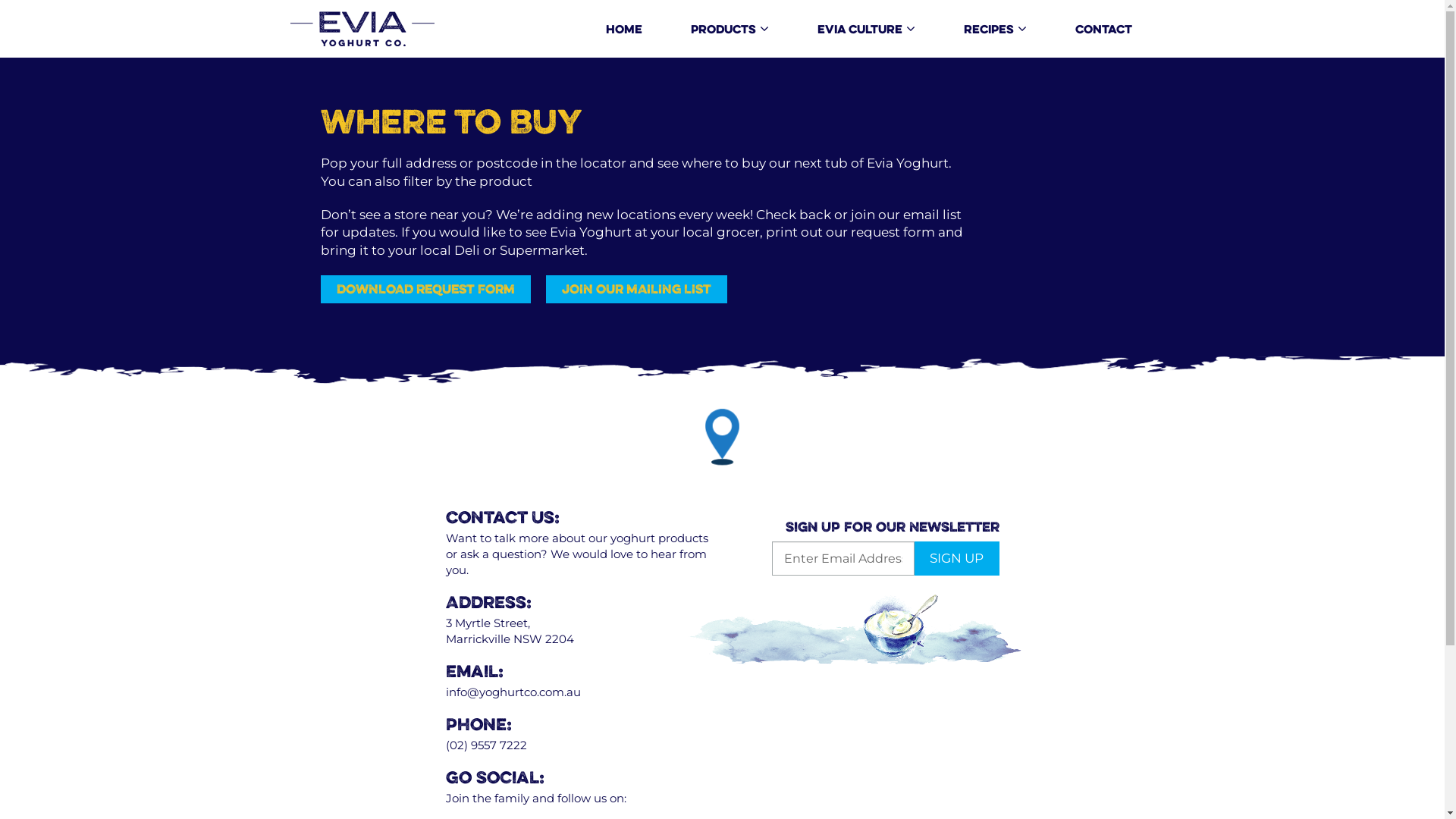 The height and width of the screenshot is (819, 1456). I want to click on '(02) 9557 7222', so click(486, 744).